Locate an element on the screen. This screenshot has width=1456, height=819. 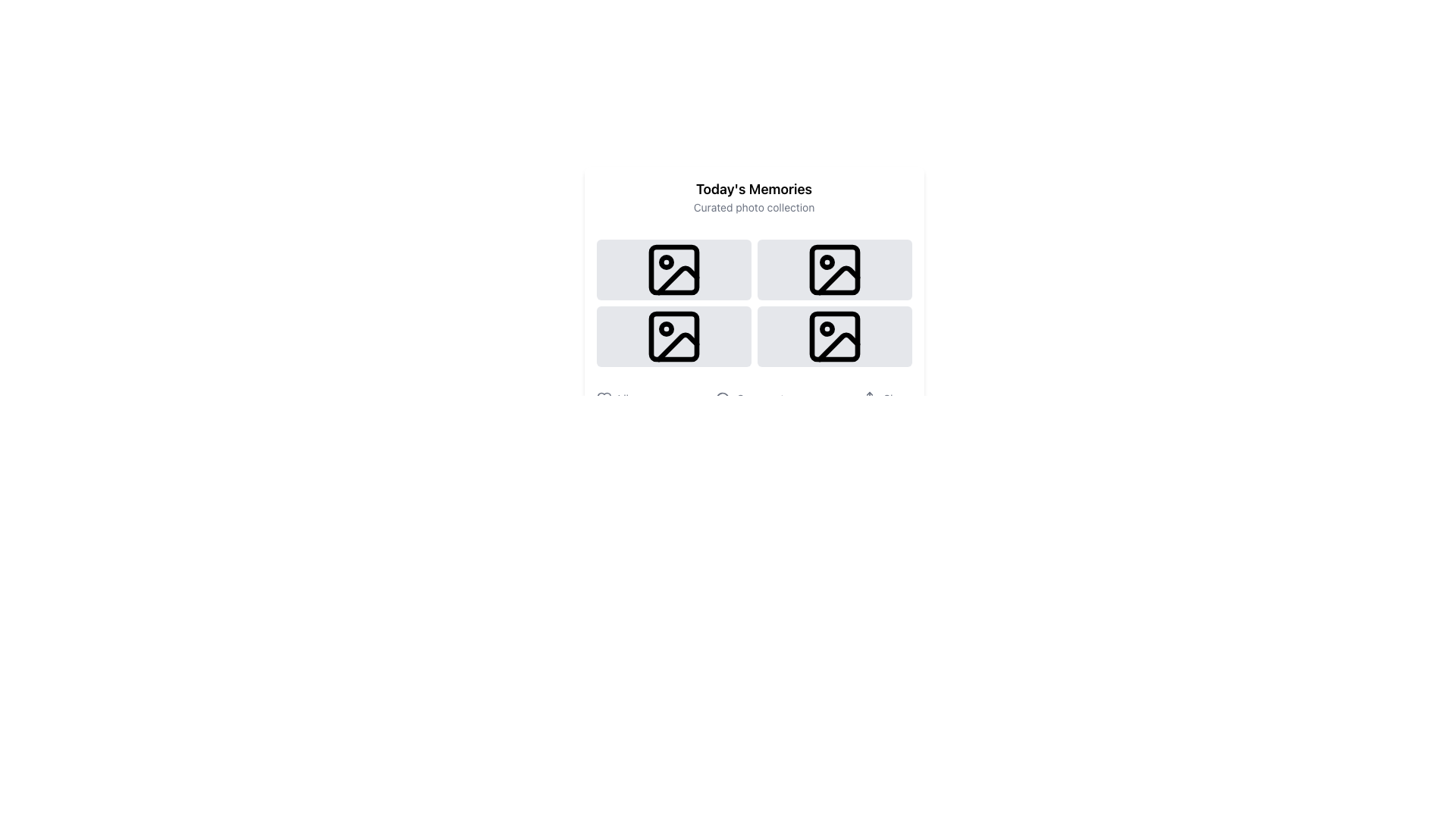
the bold text element displaying 'Today's Memories' that is positioned prominently at the top of its section is located at coordinates (754, 189).